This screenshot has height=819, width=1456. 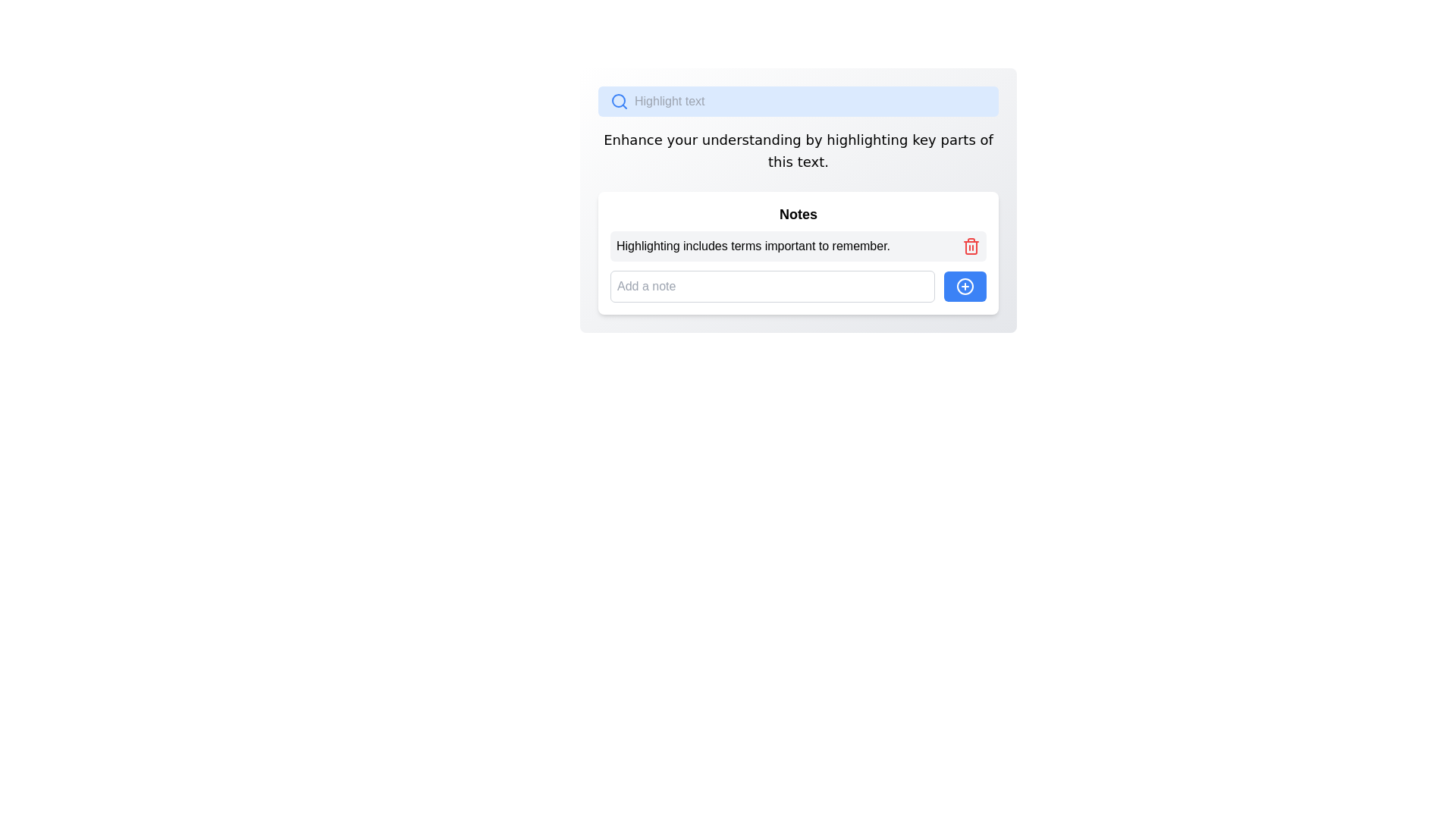 What do you see at coordinates (852, 140) in the screenshot?
I see `the character 'h' in the text 'Enhance your understanding by highlighting key parts of this text.' which is part of the descriptive content` at bounding box center [852, 140].